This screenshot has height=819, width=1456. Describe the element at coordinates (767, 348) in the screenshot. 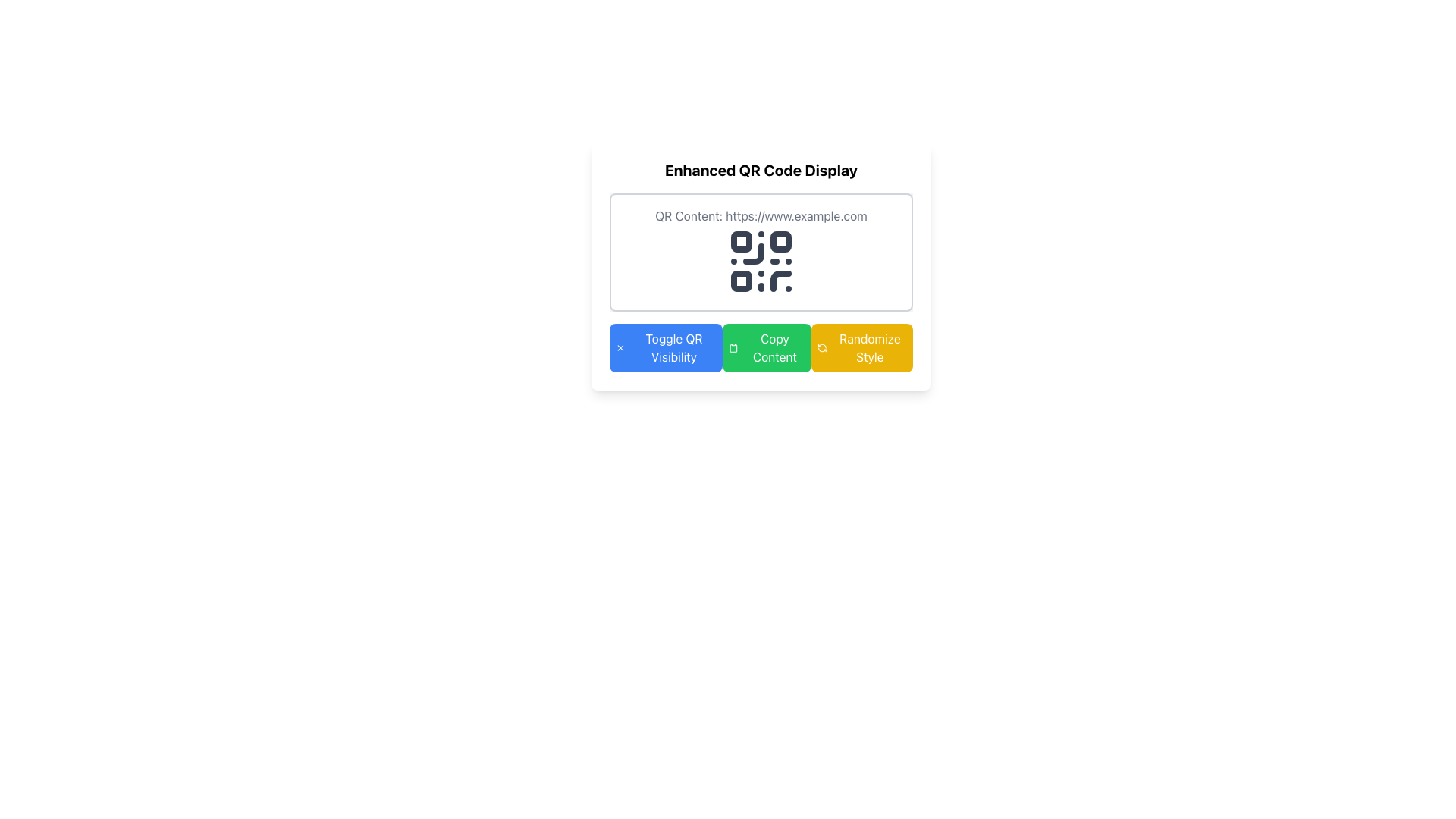

I see `the green button labeled 'Copy Content' with a clipboard icon` at that location.